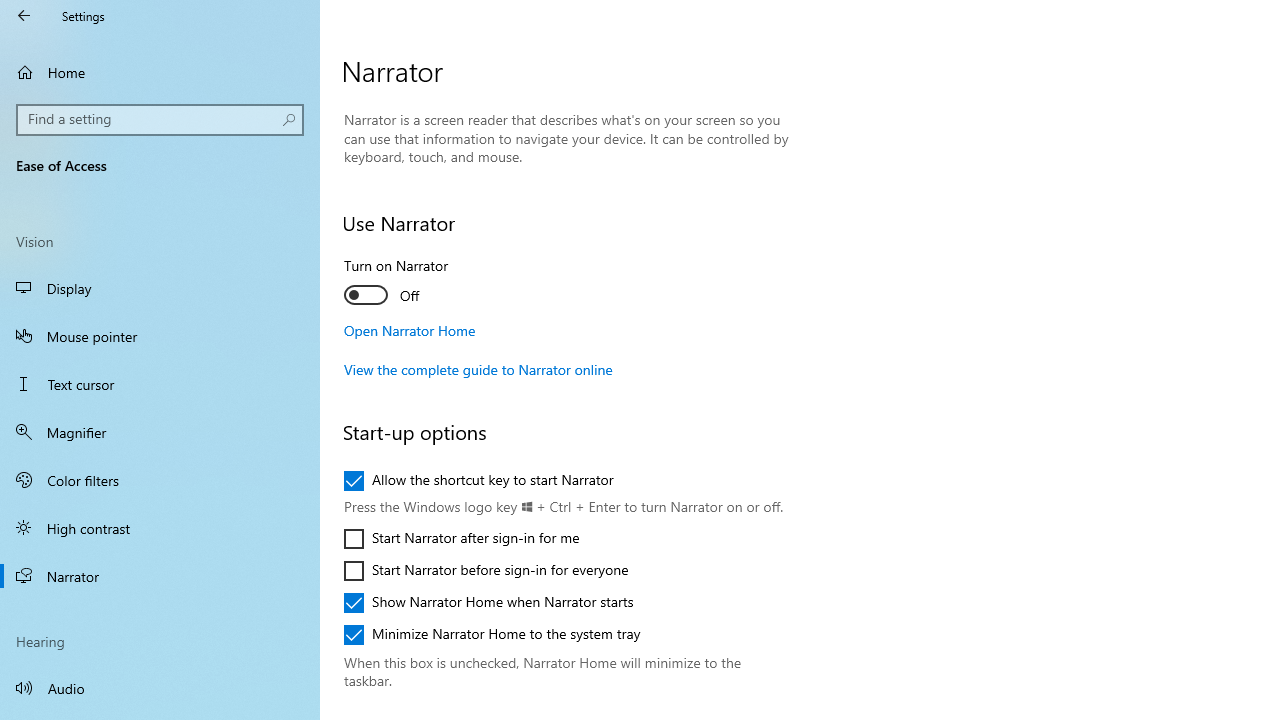 Image resolution: width=1280 pixels, height=720 pixels. Describe the element at coordinates (160, 527) in the screenshot. I see `'High contrast'` at that location.